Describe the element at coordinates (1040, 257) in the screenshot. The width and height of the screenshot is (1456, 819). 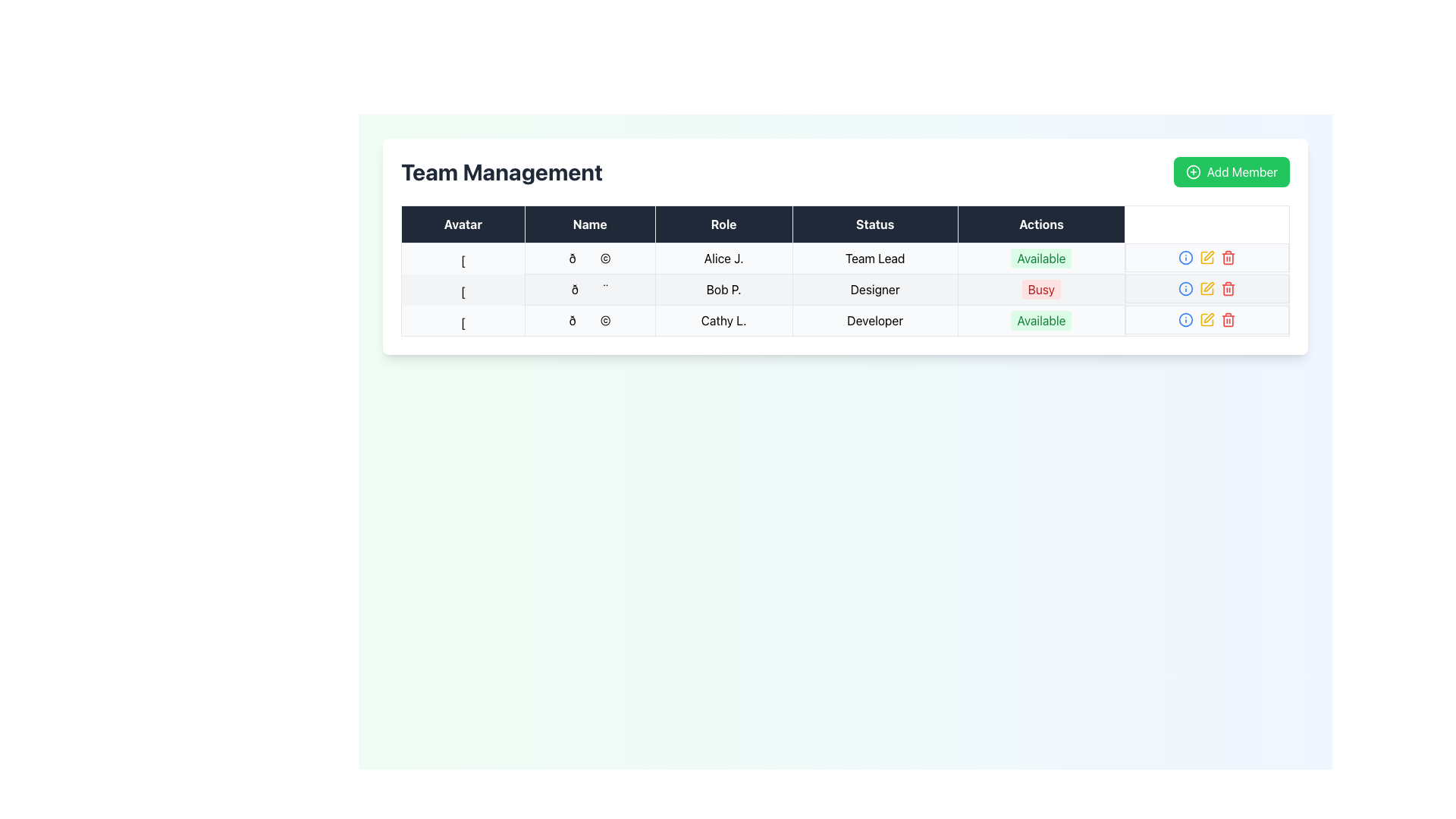
I see `the status indicator text label located in the last column of the first row of the table, which indicates availability status` at that location.